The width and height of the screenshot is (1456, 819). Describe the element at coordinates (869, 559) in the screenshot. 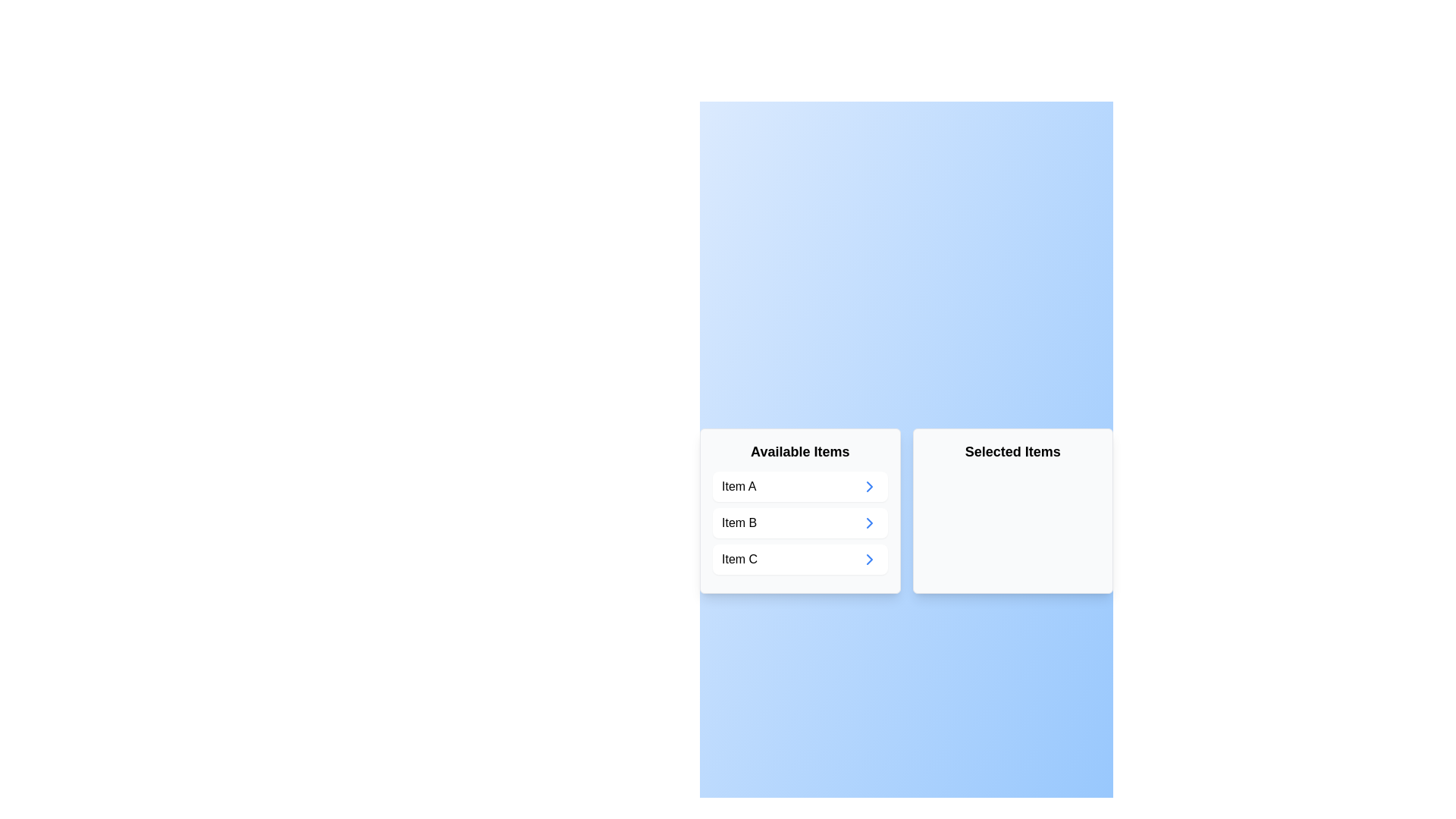

I see `arrow button associated with Item C to transfer it from 'Available Items' to 'Selected Items'` at that location.